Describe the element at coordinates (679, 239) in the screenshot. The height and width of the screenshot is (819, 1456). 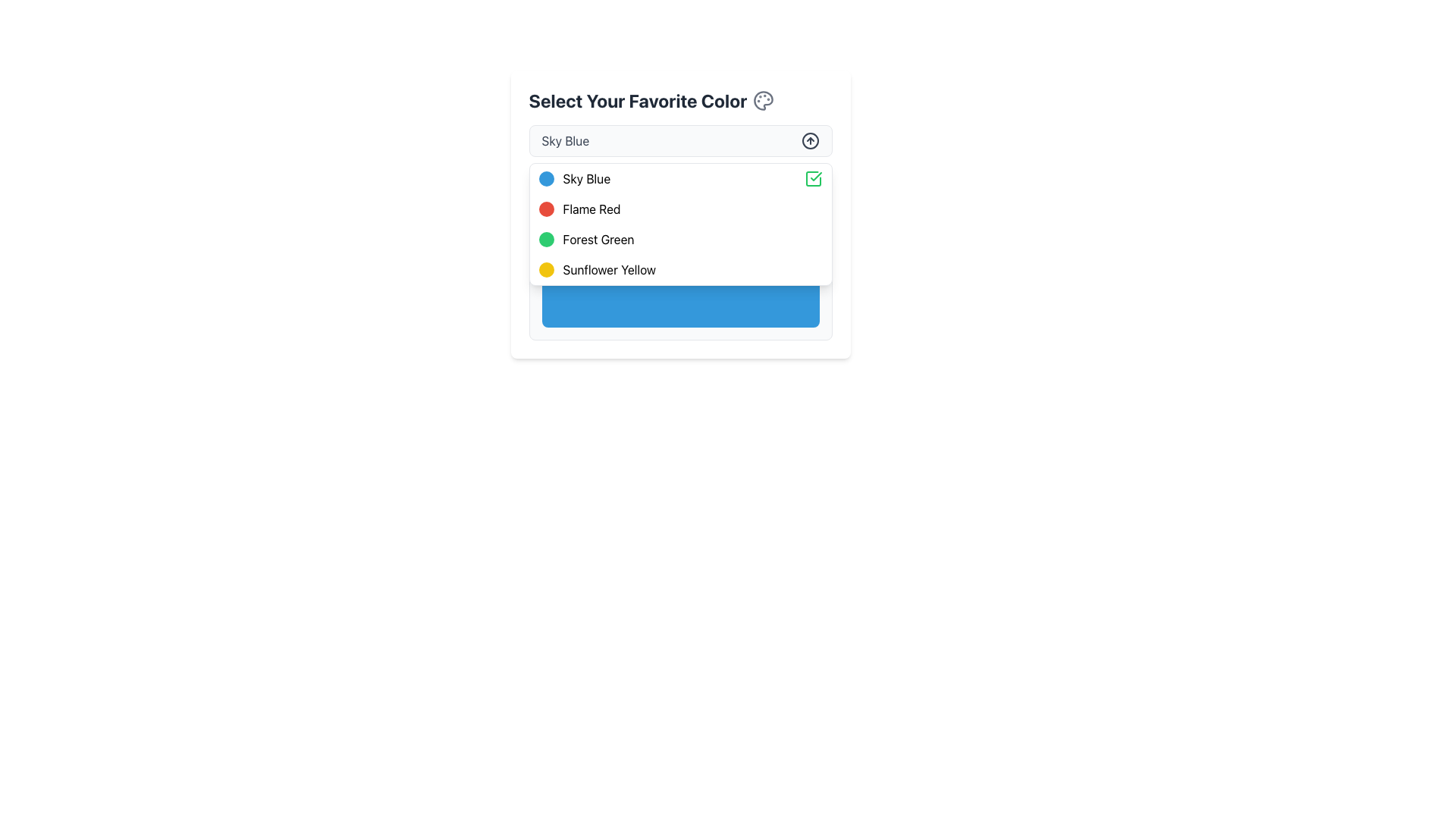
I see `keyboard navigation` at that location.